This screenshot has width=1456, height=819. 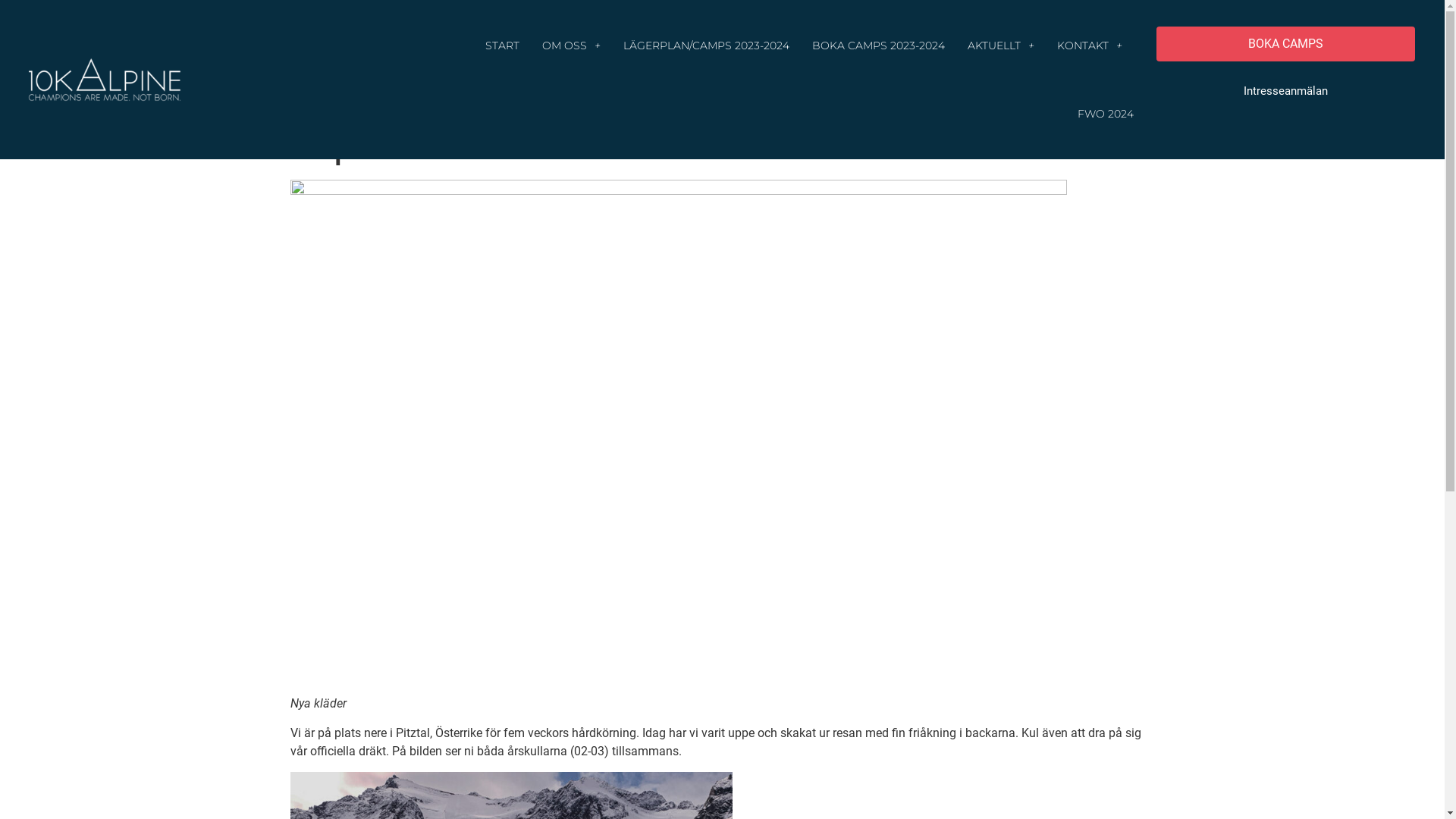 I want to click on 'OM OSS', so click(x=570, y=45).